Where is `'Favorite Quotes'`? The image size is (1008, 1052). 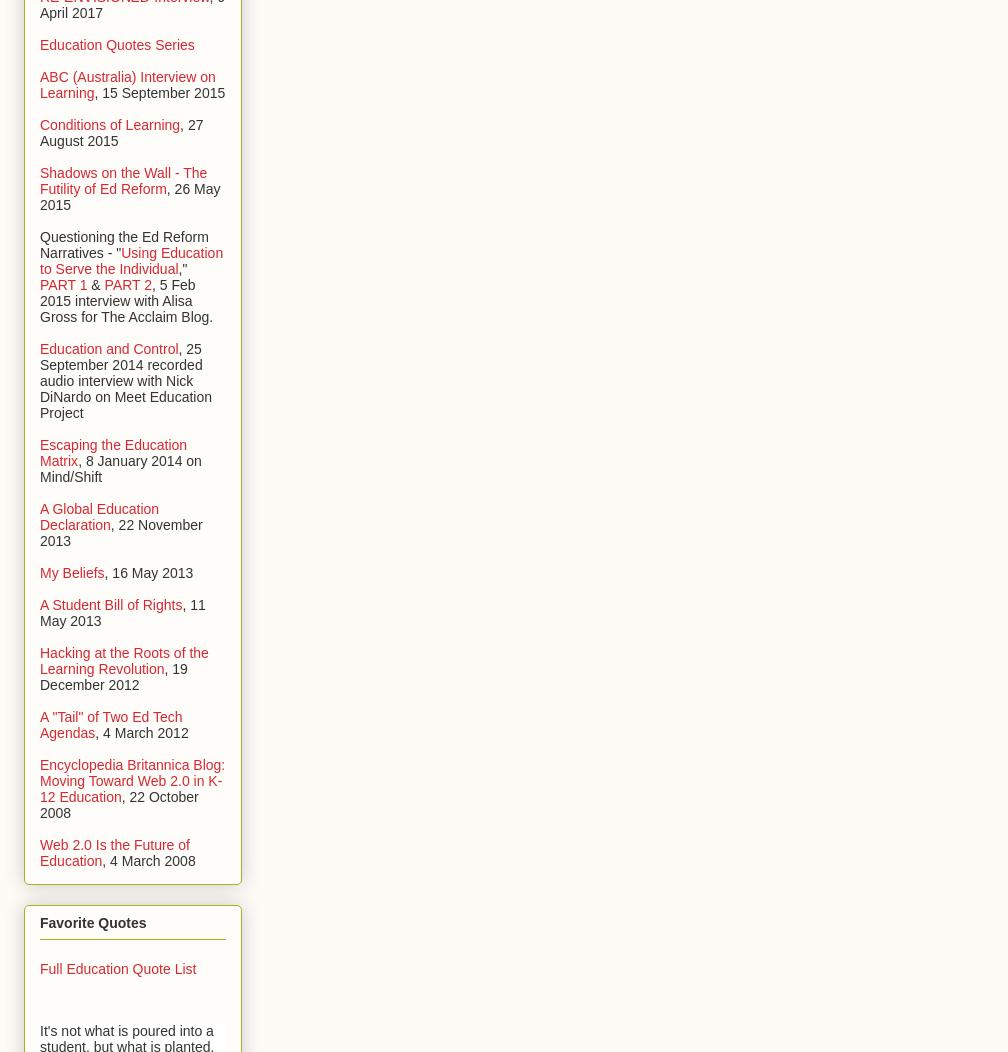
'Favorite Quotes' is located at coordinates (93, 920).